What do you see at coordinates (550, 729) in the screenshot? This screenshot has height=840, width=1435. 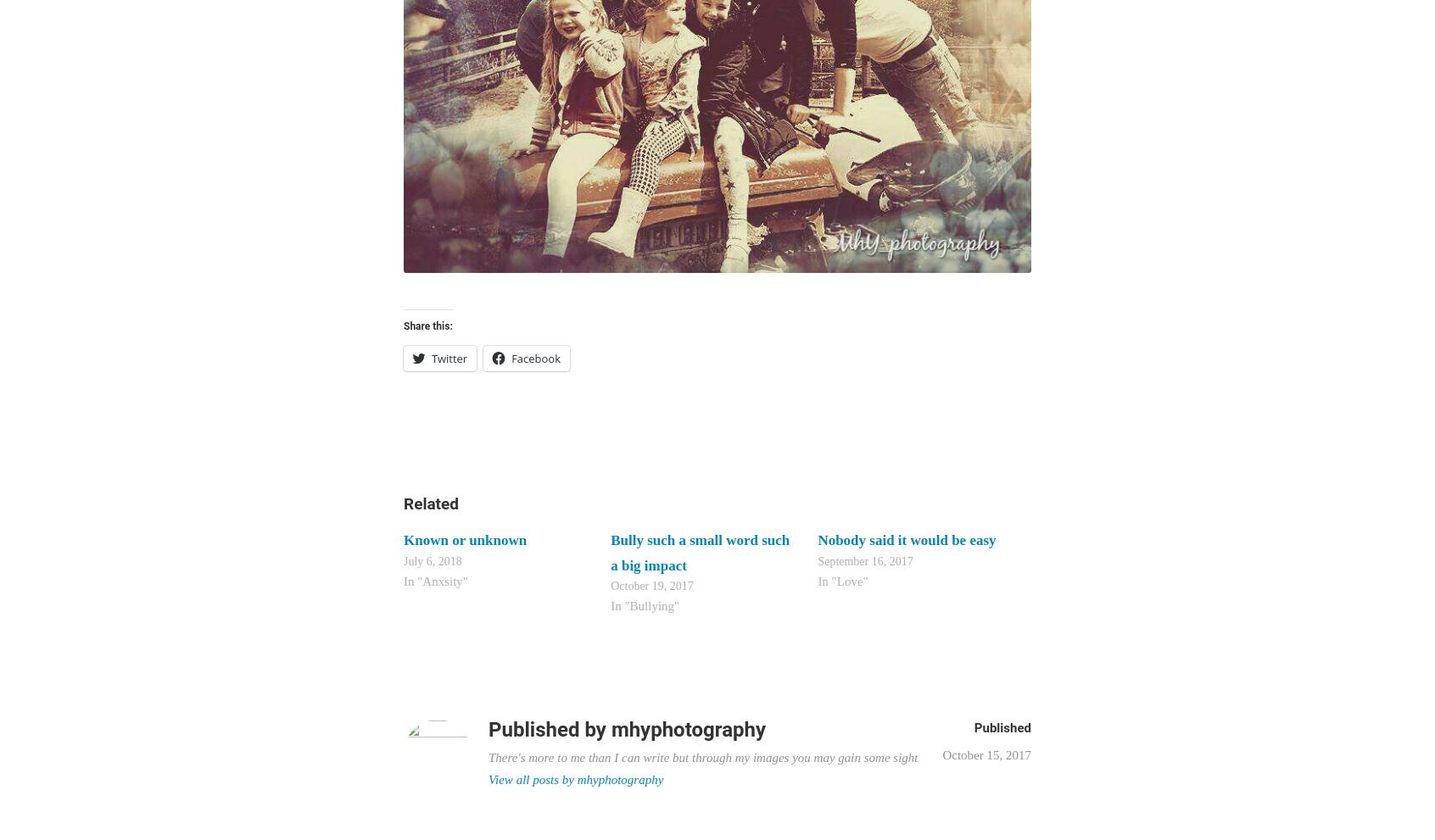 I see `'Published by'` at bounding box center [550, 729].